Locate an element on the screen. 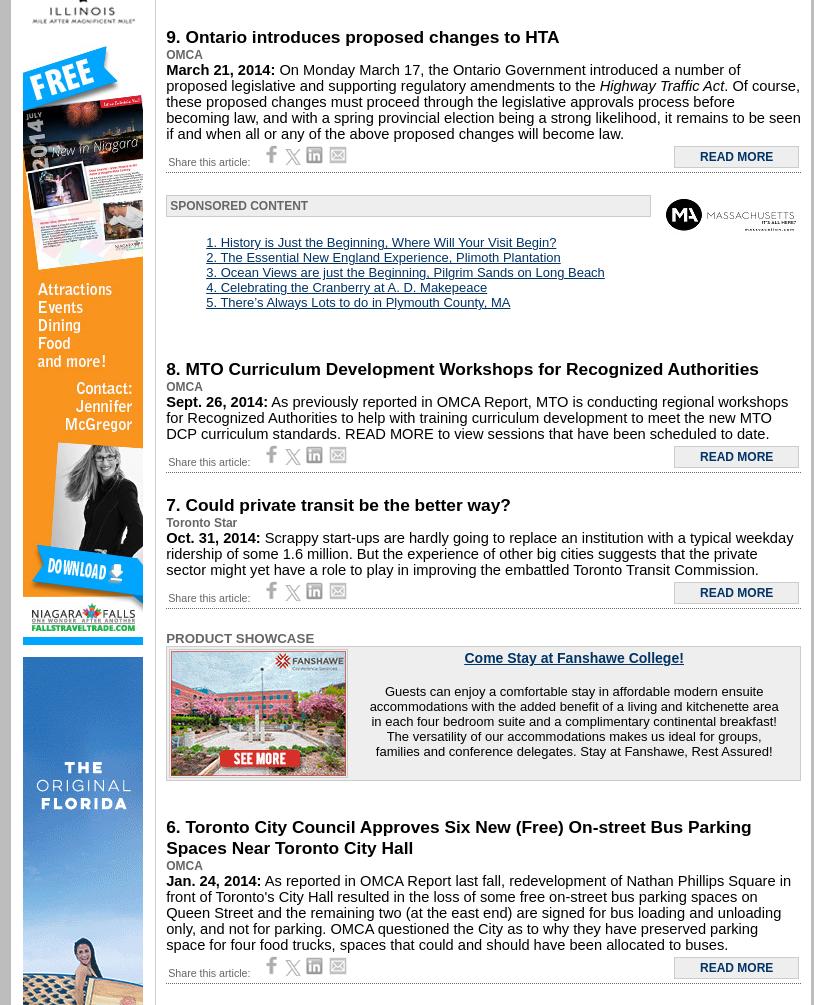 This screenshot has height=1005, width=814. '7. Could private transit be the better way?' is located at coordinates (337, 504).